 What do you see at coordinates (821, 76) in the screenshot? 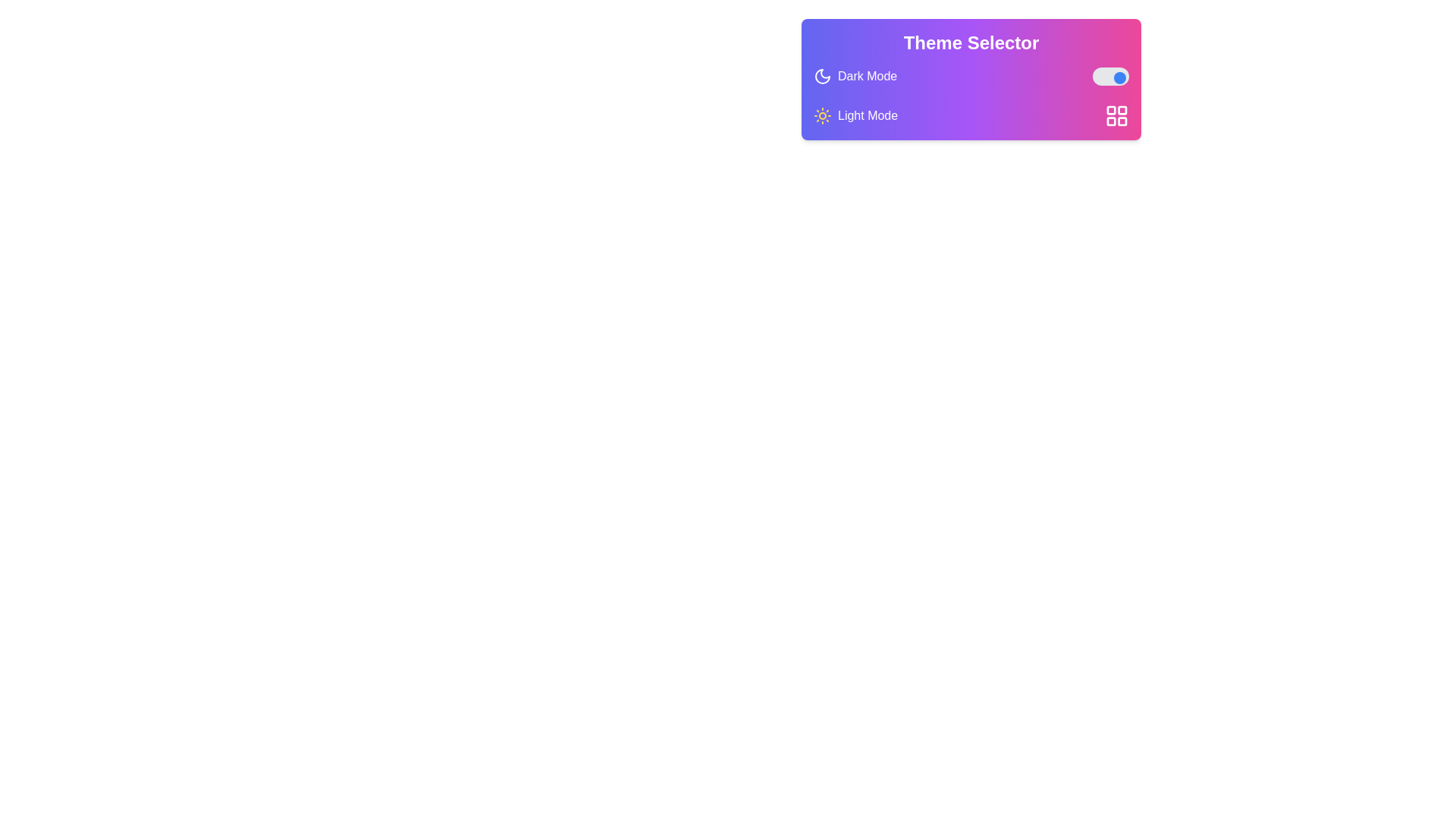
I see `the circular crescent moon icon with a white stroke in the 'Dark Mode' section of the Theme Selector interface` at bounding box center [821, 76].